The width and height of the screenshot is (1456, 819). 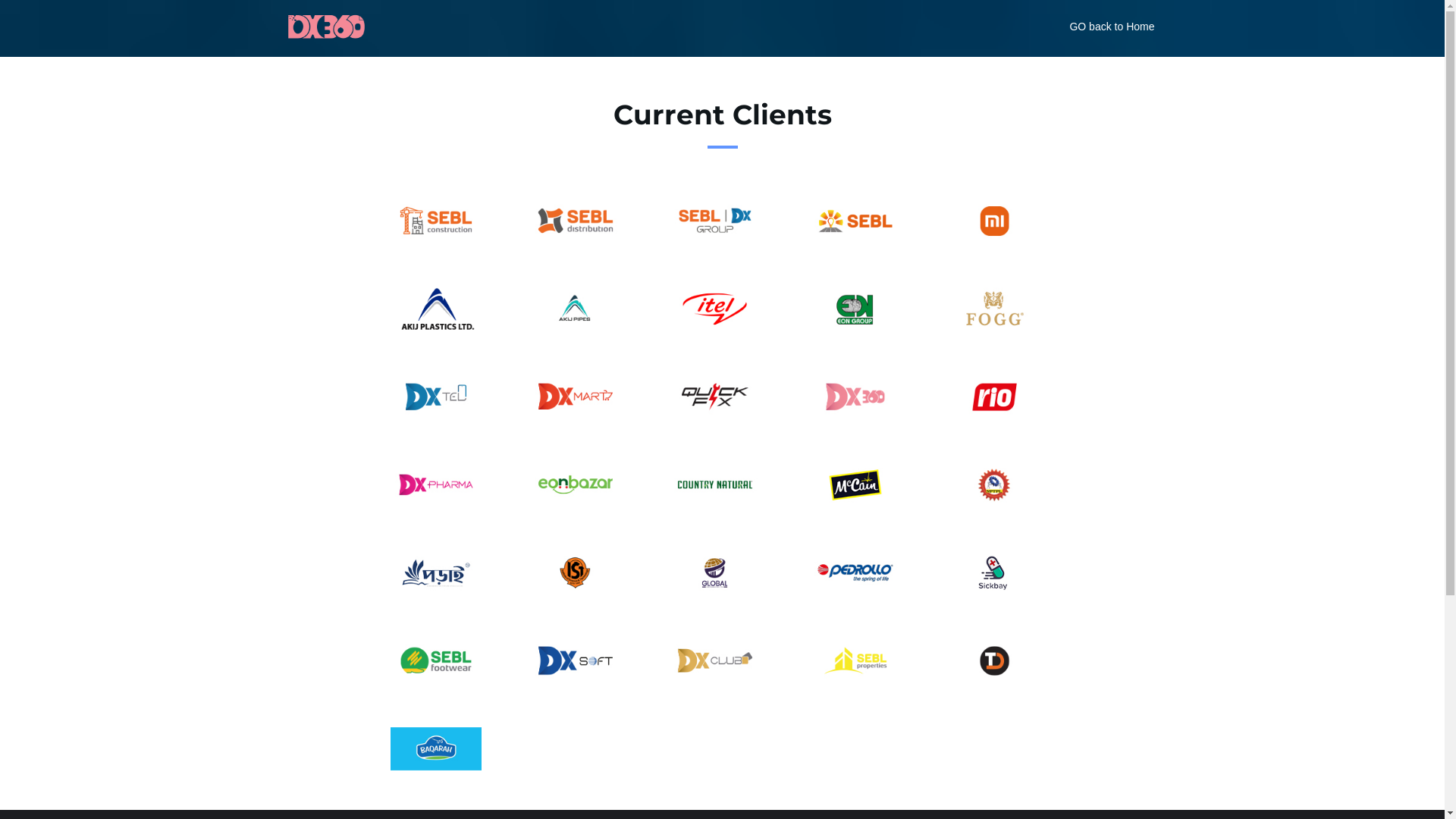 What do you see at coordinates (1111, 27) in the screenshot?
I see `'GO back to Home'` at bounding box center [1111, 27].